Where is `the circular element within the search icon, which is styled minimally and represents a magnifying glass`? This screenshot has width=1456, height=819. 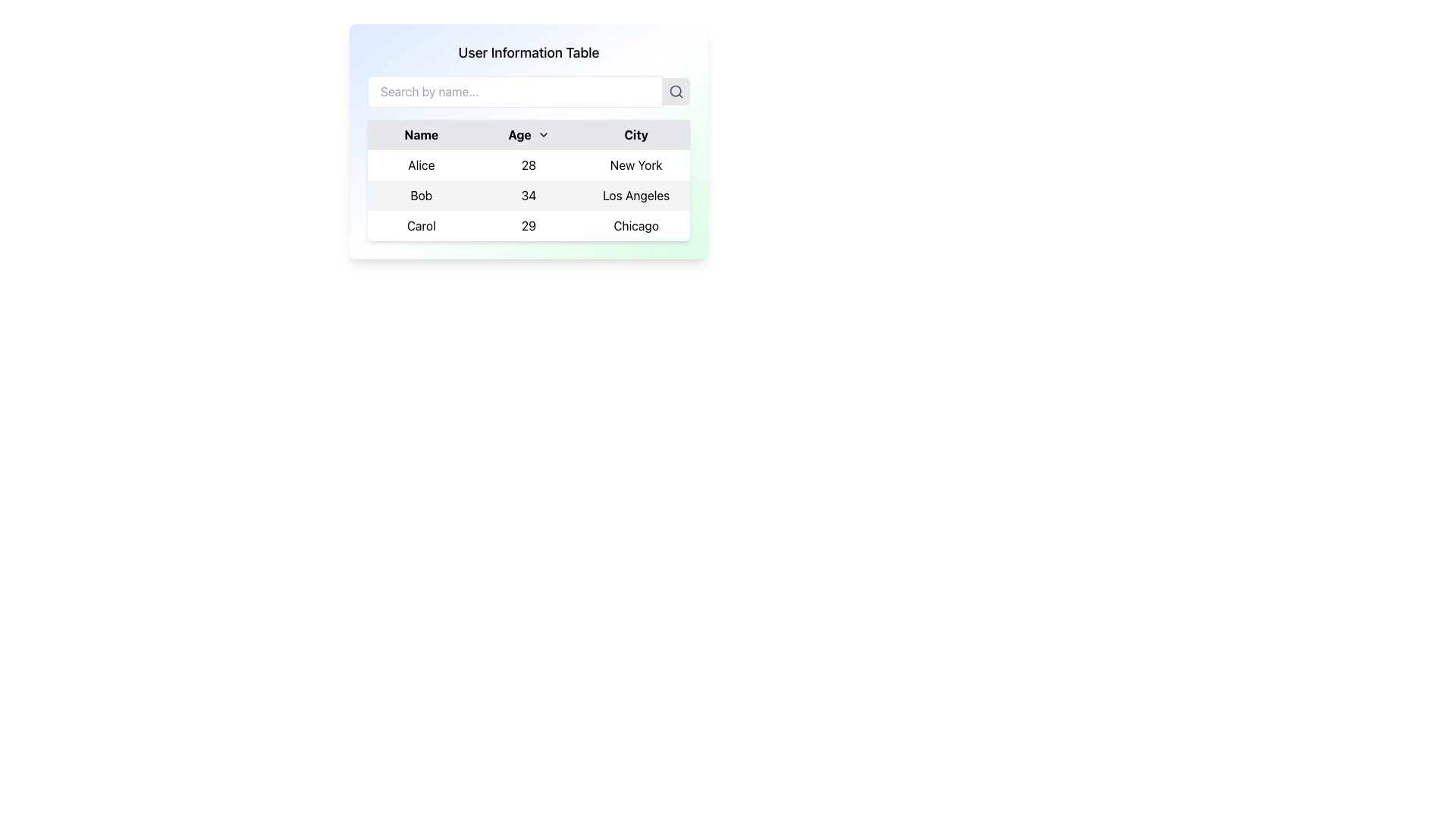 the circular element within the search icon, which is styled minimally and represents a magnifying glass is located at coordinates (675, 91).